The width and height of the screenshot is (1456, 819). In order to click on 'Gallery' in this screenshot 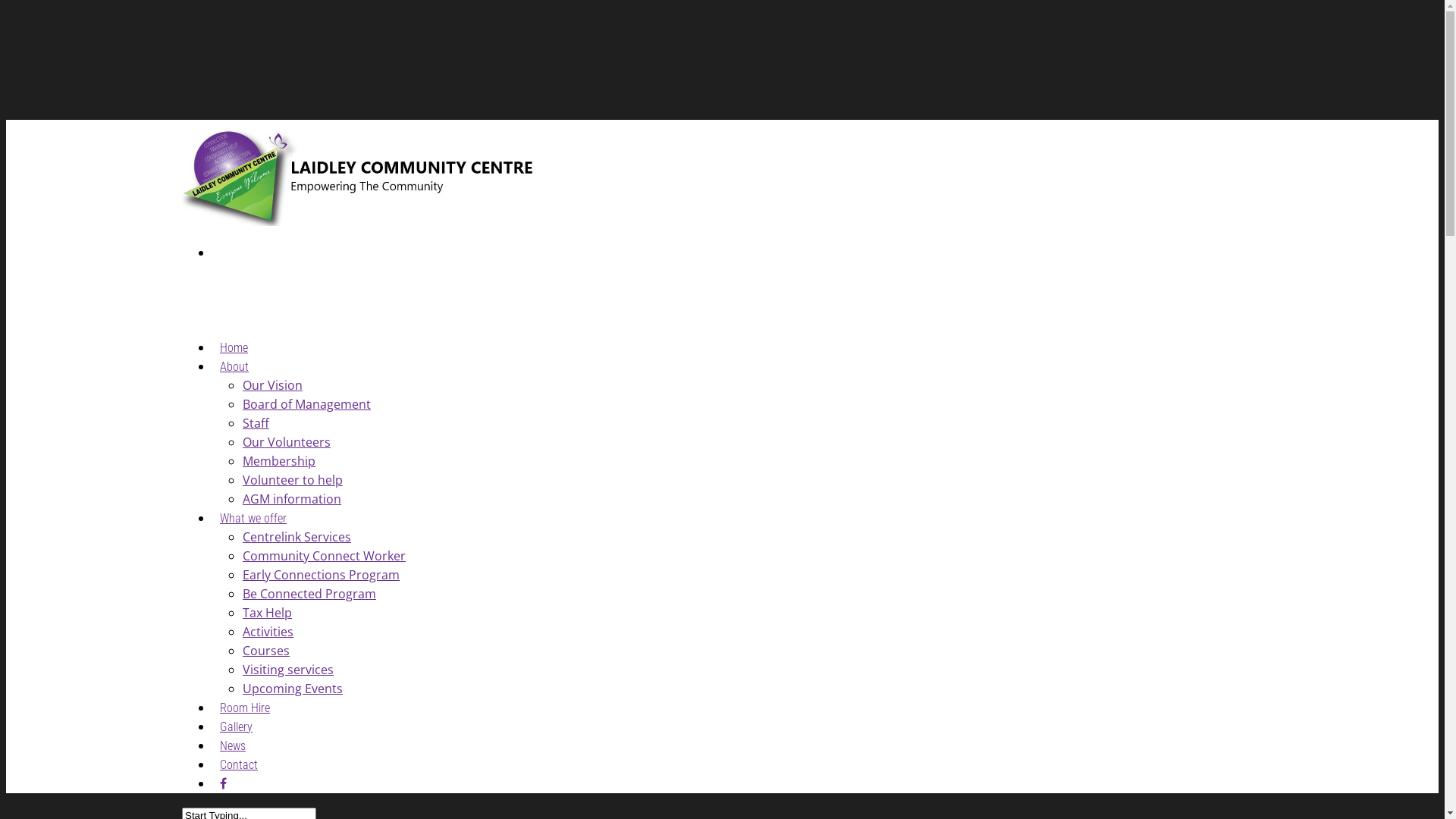, I will do `click(211, 730)`.